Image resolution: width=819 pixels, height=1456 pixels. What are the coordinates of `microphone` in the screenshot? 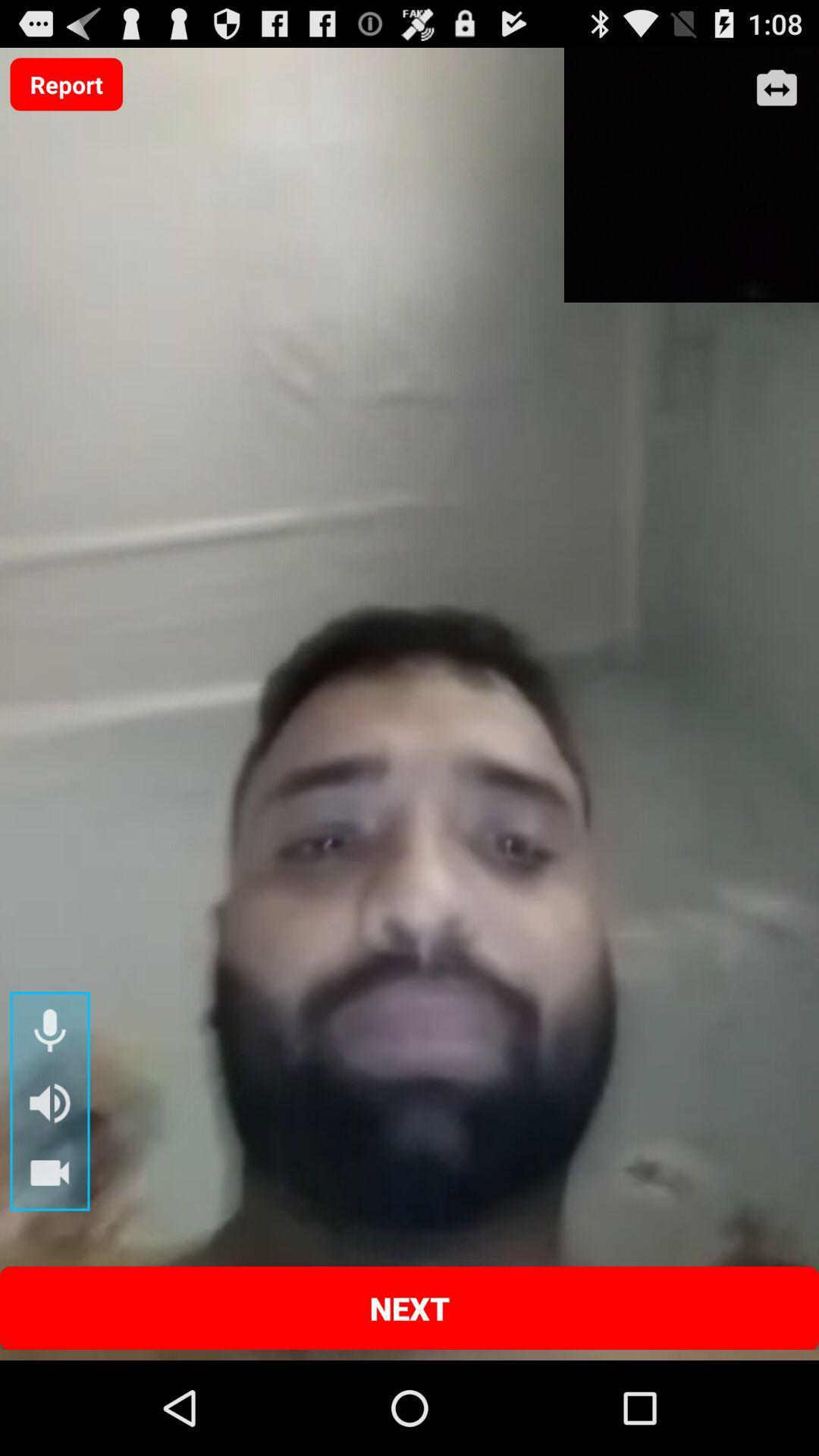 It's located at (49, 1031).